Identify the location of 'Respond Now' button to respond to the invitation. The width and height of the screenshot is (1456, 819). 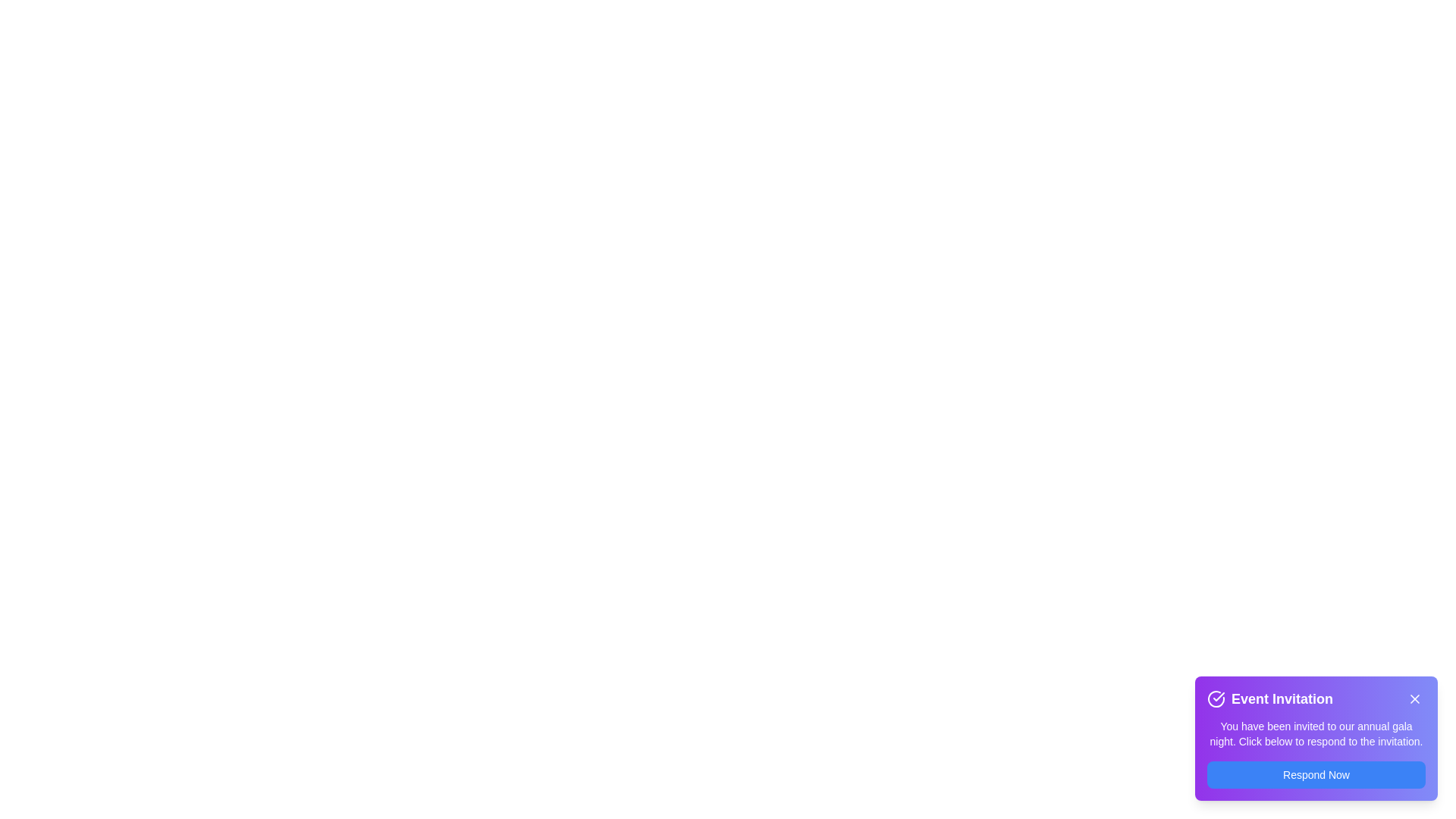
(1316, 775).